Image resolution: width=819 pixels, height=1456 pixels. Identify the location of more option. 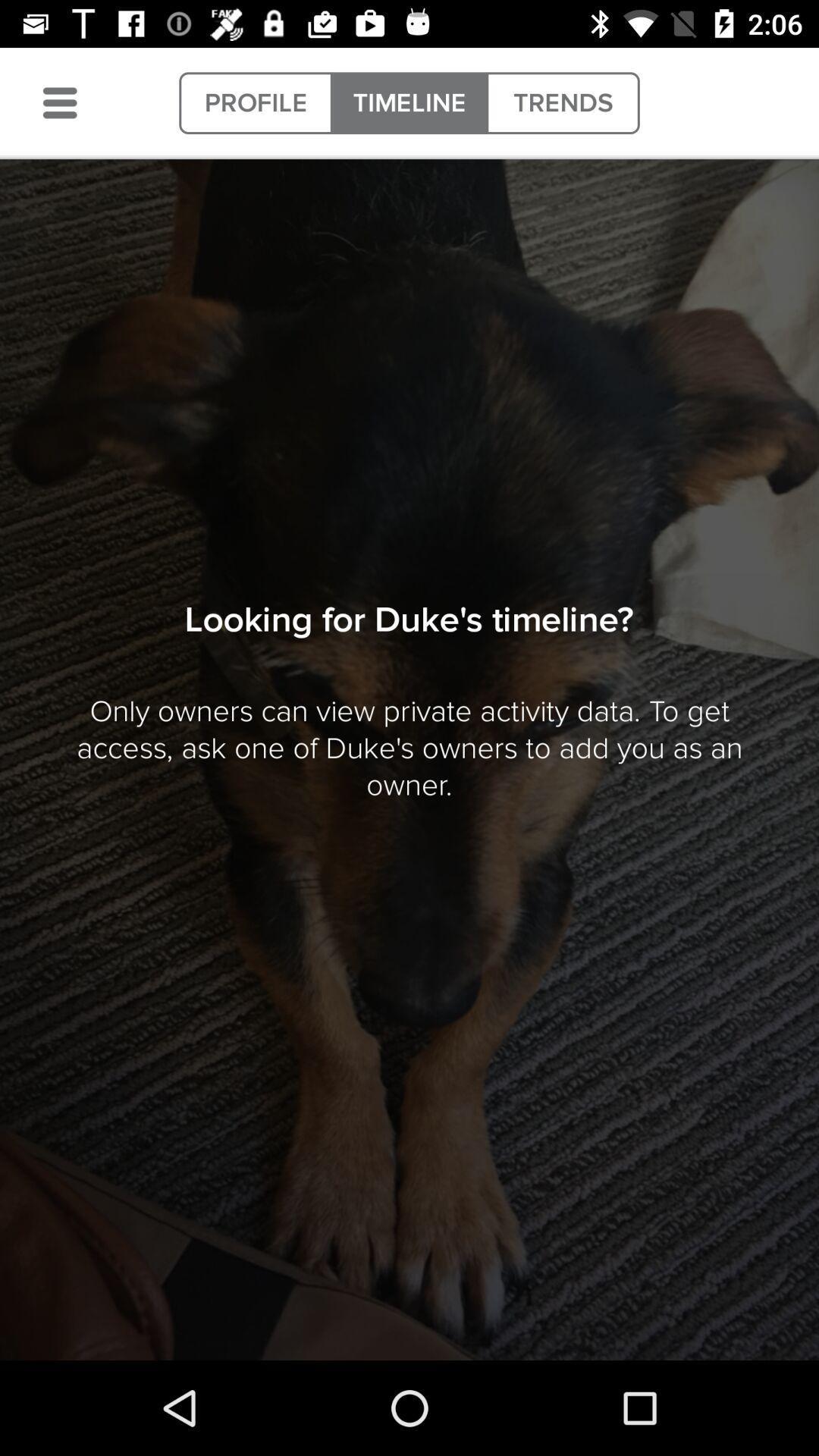
(59, 102).